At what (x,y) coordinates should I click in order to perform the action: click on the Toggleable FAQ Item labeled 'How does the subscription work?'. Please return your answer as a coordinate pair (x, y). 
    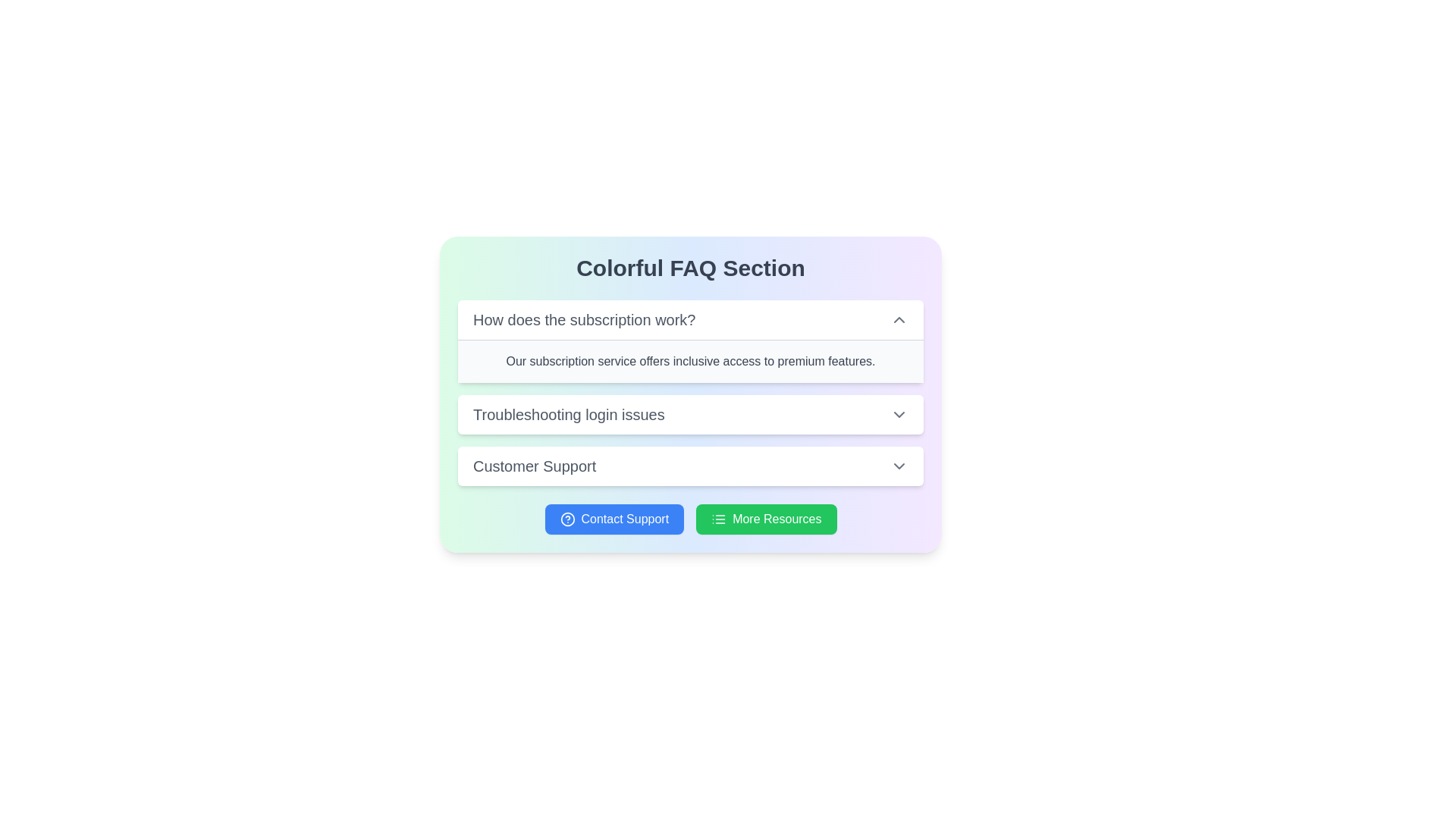
    Looking at the image, I should click on (690, 318).